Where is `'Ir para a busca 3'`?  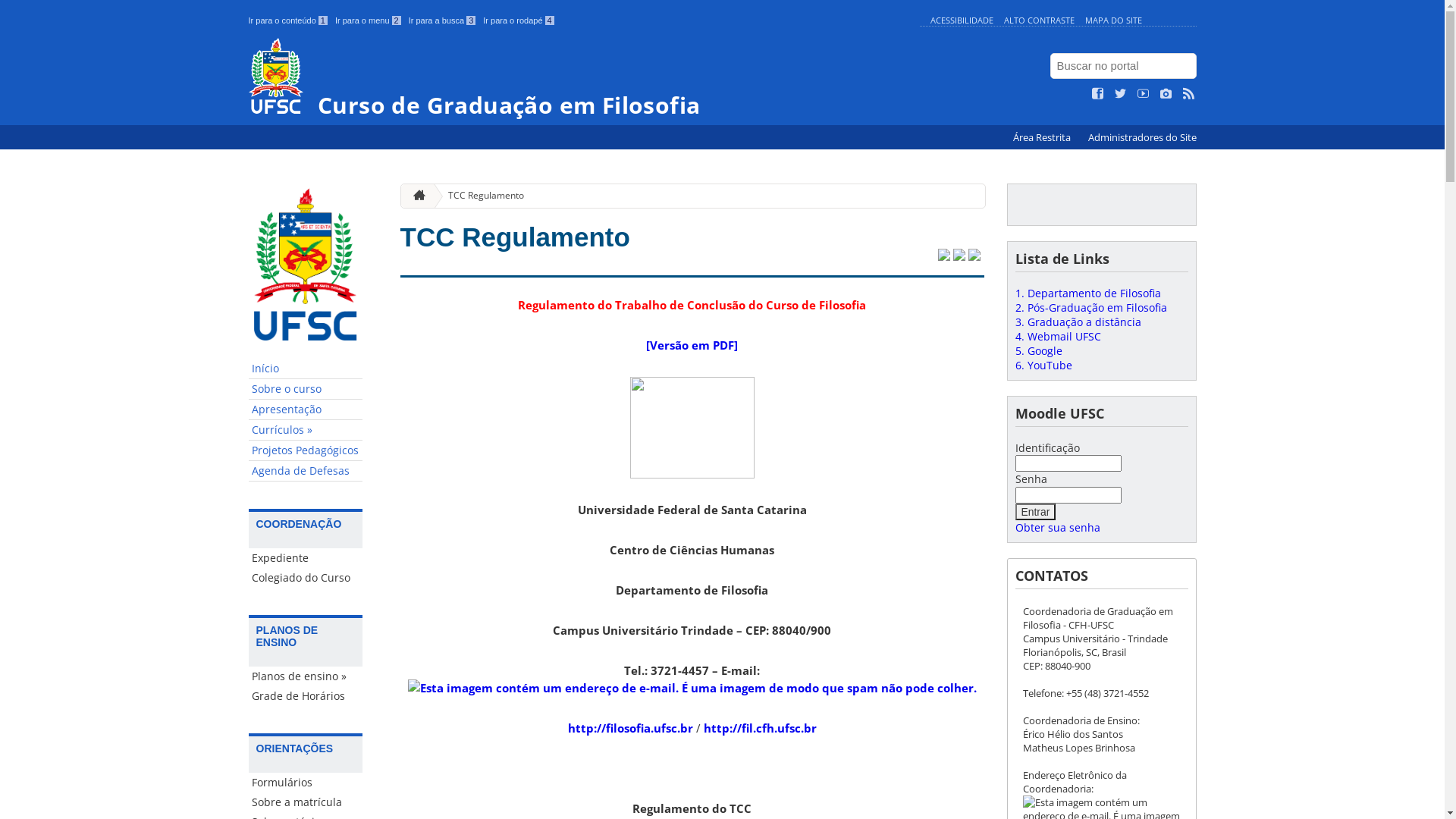
'Ir para a busca 3' is located at coordinates (441, 20).